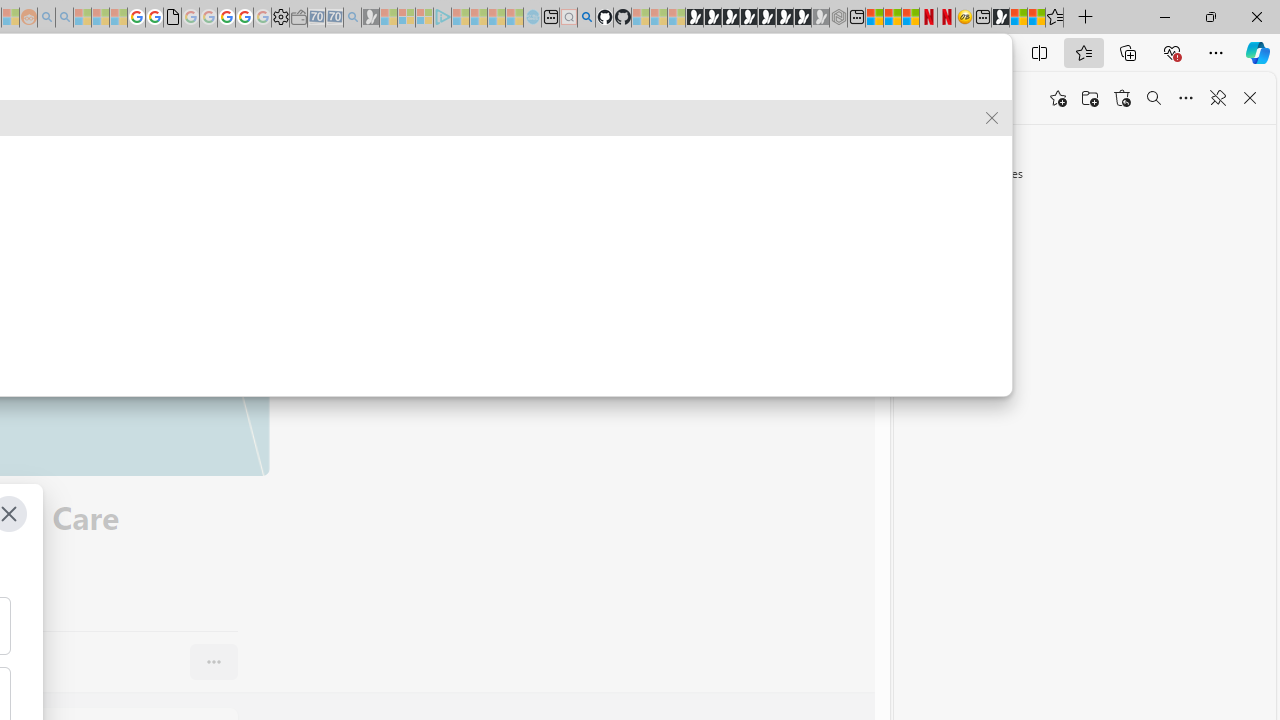 The image size is (1280, 720). Describe the element at coordinates (334, 17) in the screenshot. I see `'Cheap Car Rentals - Save70.com - Sleeping'` at that location.